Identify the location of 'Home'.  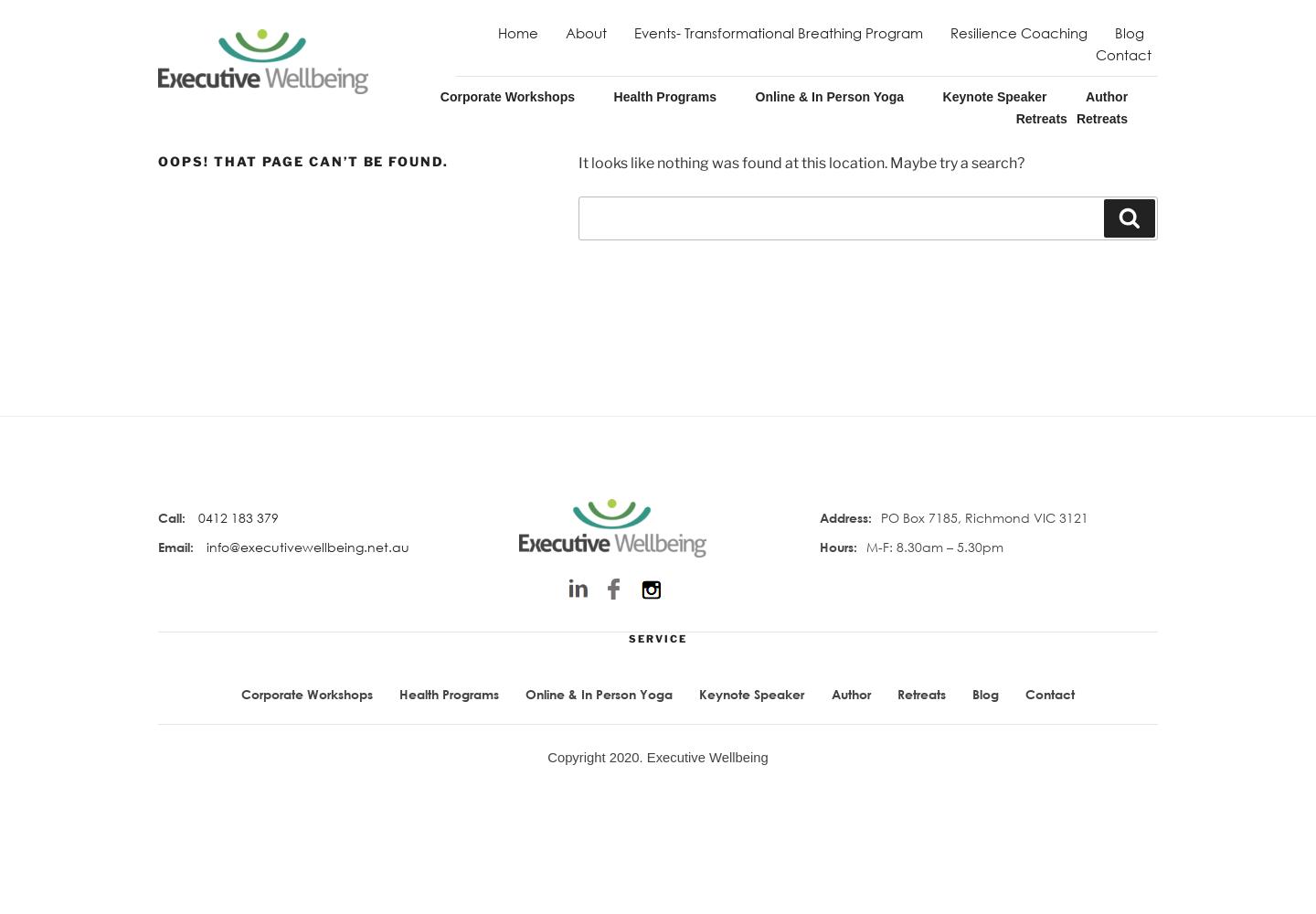
(517, 33).